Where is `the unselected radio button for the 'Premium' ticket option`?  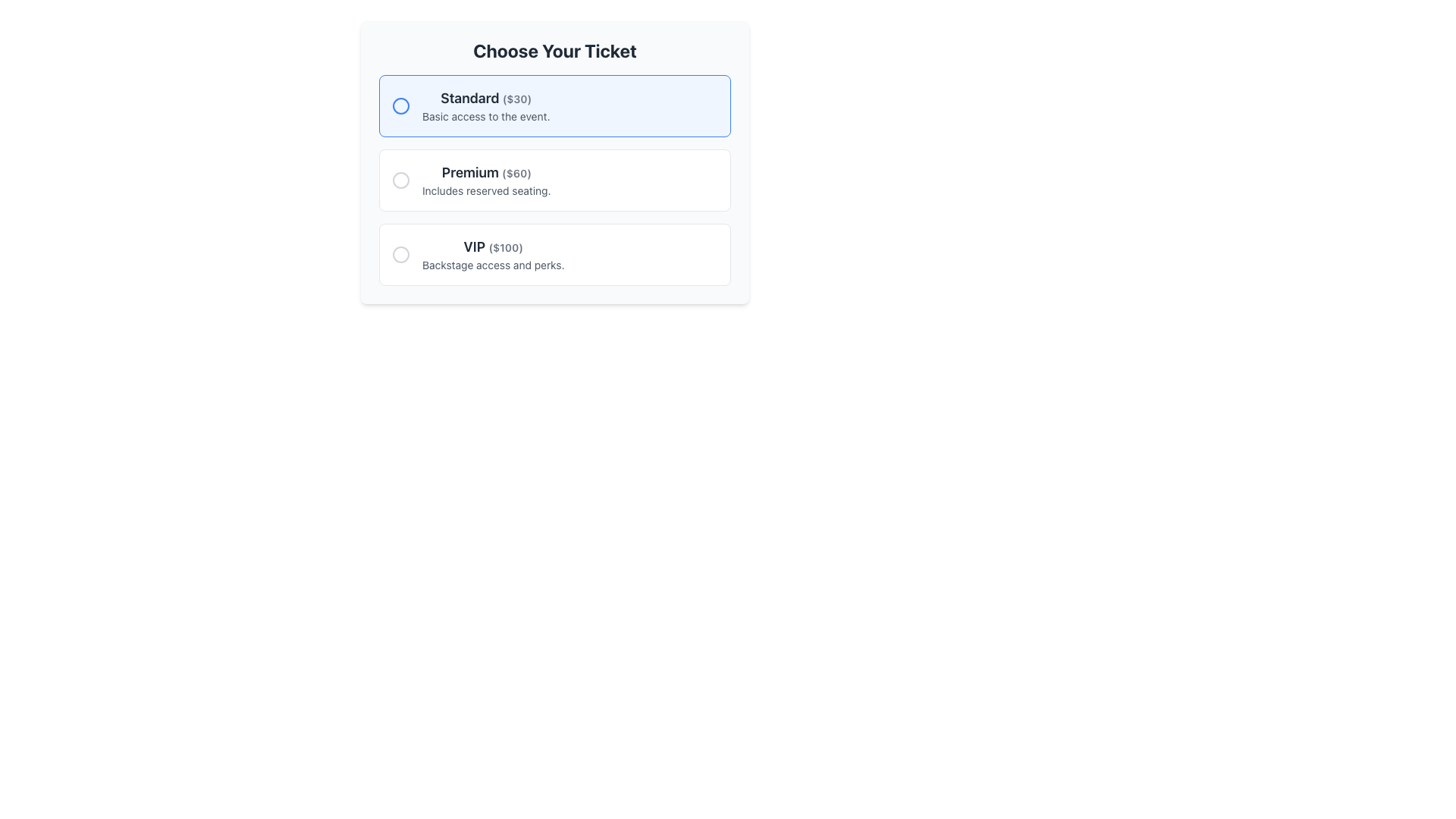
the unselected radio button for the 'Premium' ticket option is located at coordinates (400, 180).